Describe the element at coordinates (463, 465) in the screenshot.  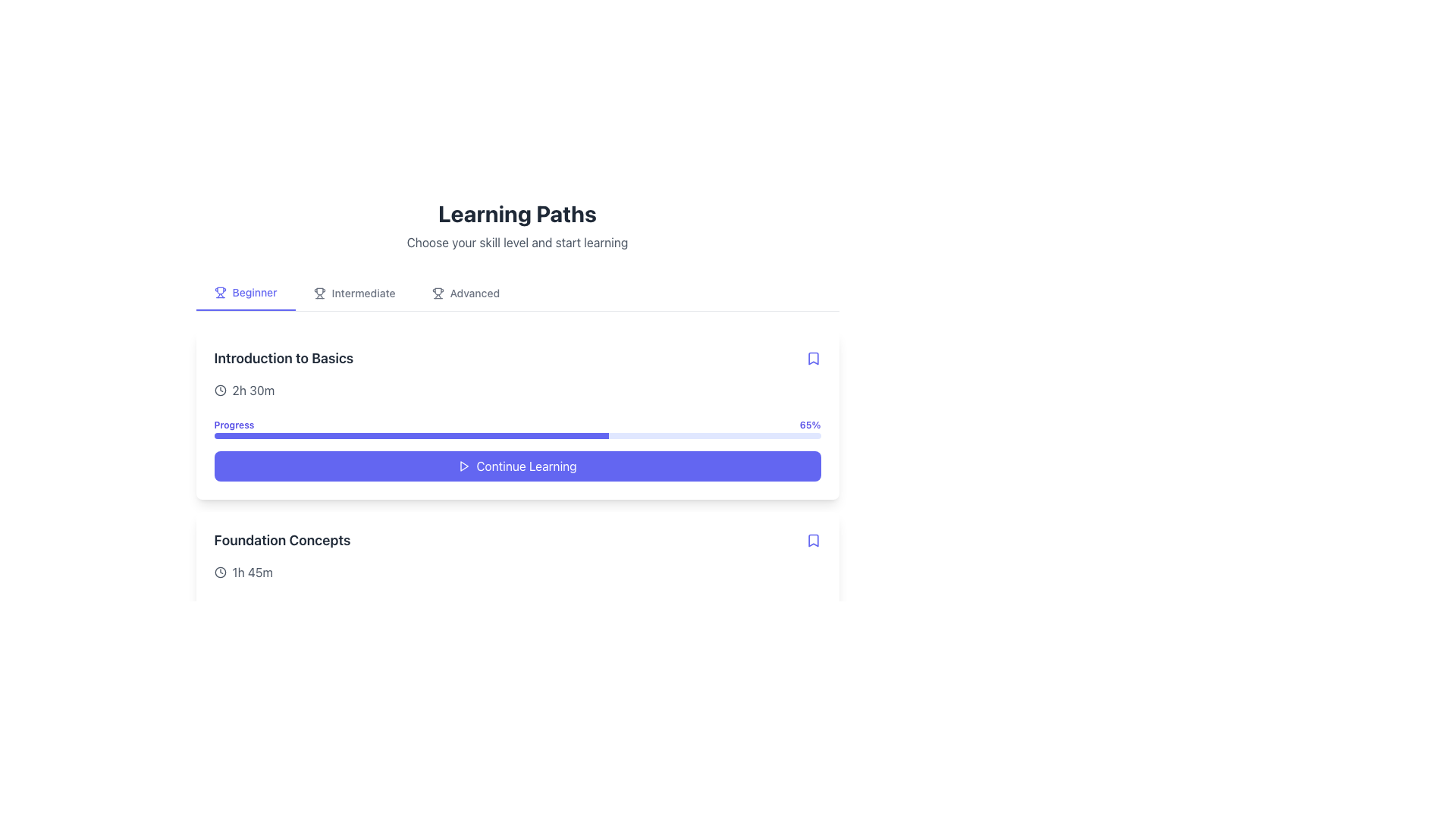
I see `the 'Continue Learning' button located at the bottom of the 'Introduction to Basics' section card, identified by its left-side decorative icon` at that location.